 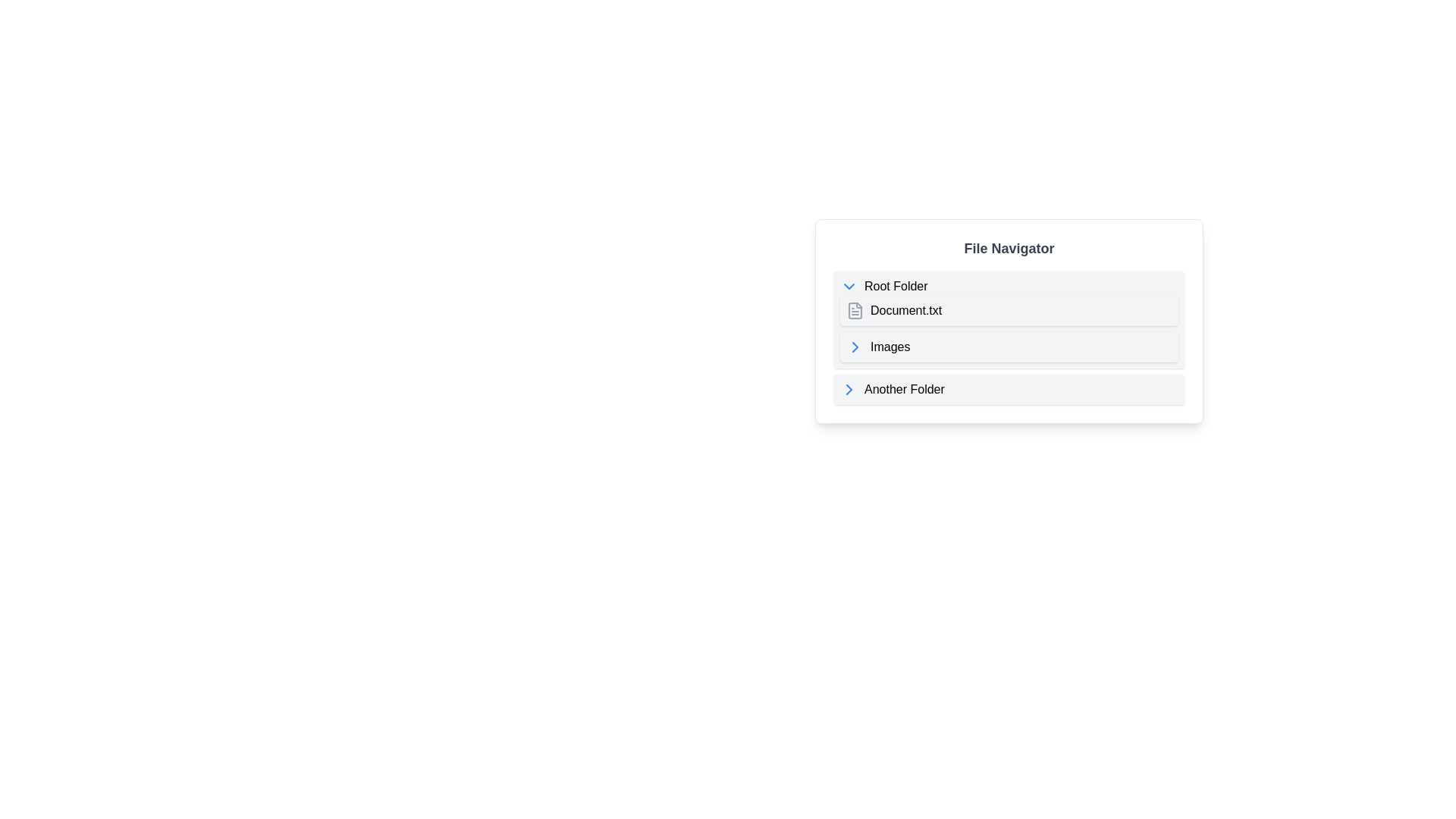 I want to click on the file entry for 'Document.txt' in the file navigator interface, so click(x=1009, y=309).